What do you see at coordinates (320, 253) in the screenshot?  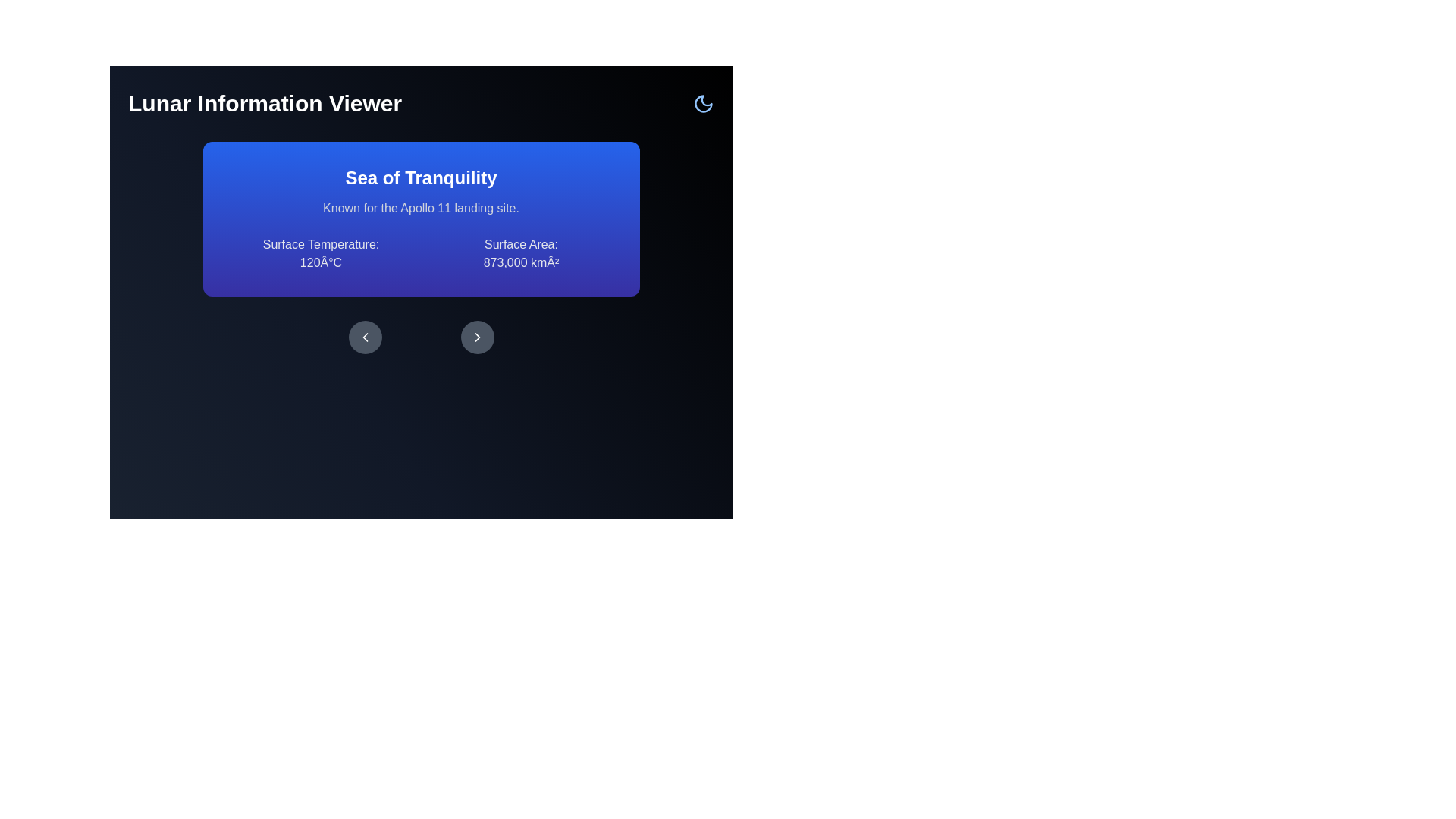 I see `surface temperature value text element located in the left portion of a two-column grid layout on a blue card` at bounding box center [320, 253].